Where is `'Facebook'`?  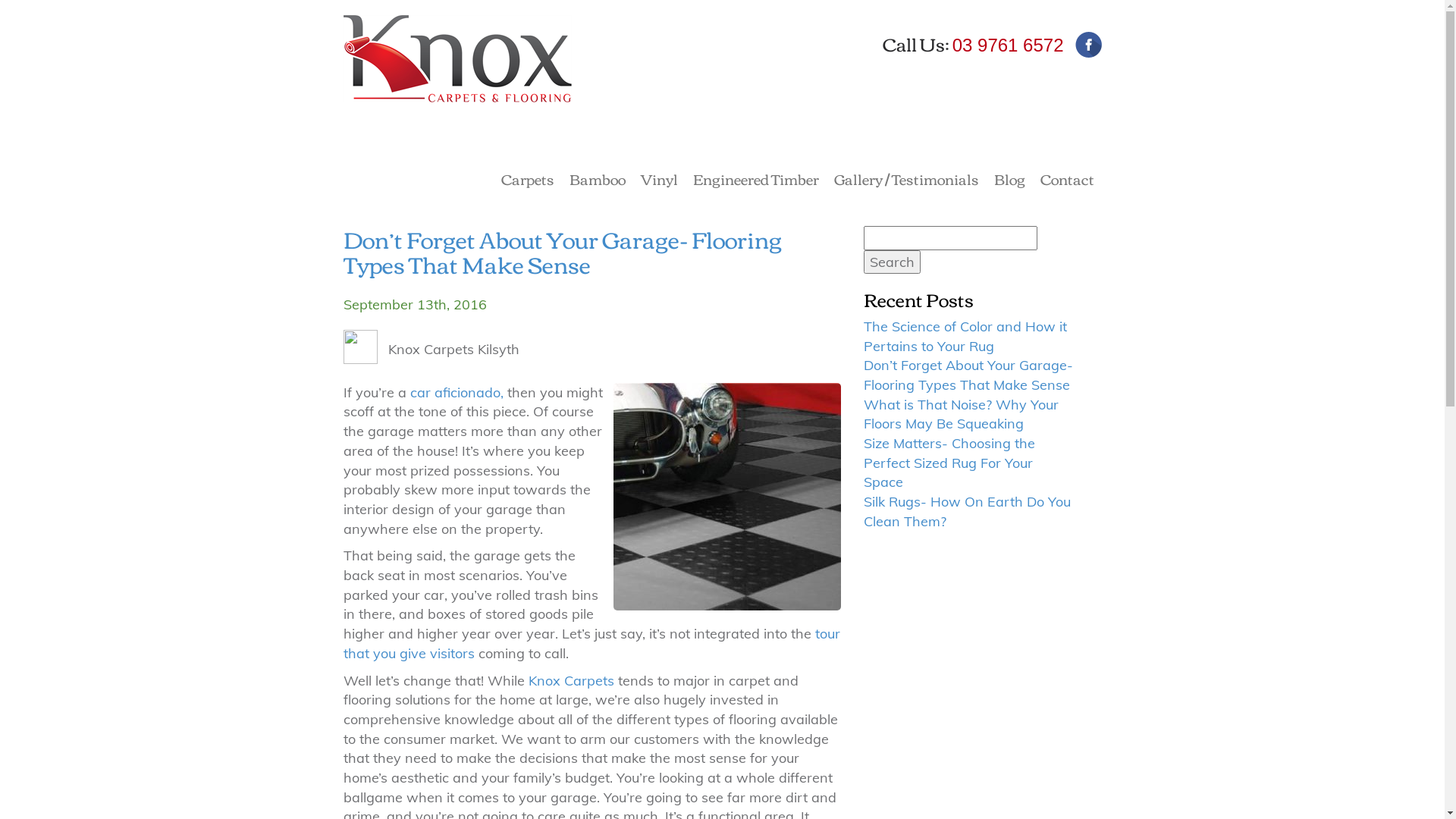 'Facebook' is located at coordinates (1087, 43).